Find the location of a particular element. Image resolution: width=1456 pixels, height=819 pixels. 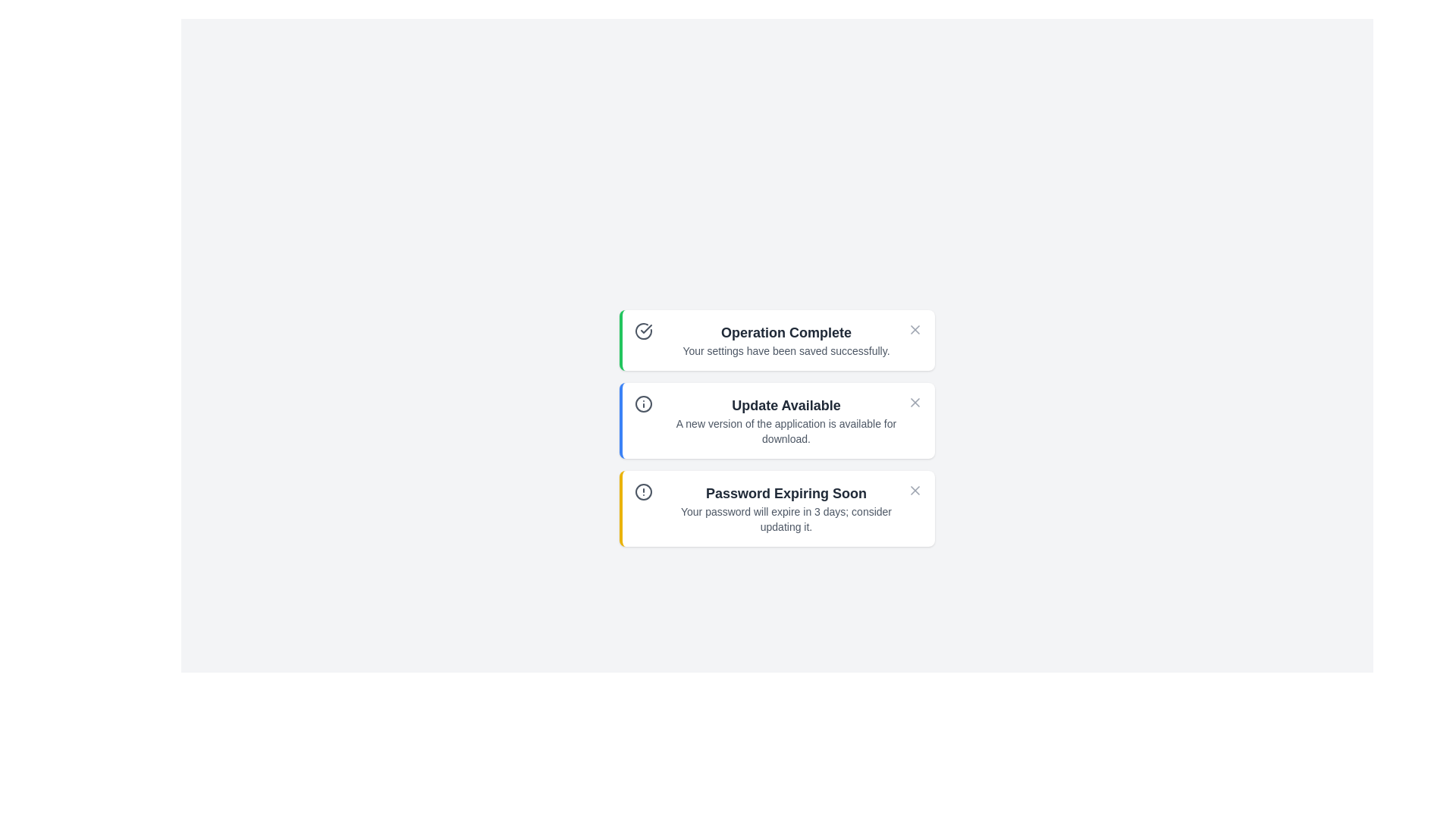

the text message 'A new version of the application is available for download.' which is displayed in a smaller gray font within the notification card labeled 'Update Available' is located at coordinates (786, 431).